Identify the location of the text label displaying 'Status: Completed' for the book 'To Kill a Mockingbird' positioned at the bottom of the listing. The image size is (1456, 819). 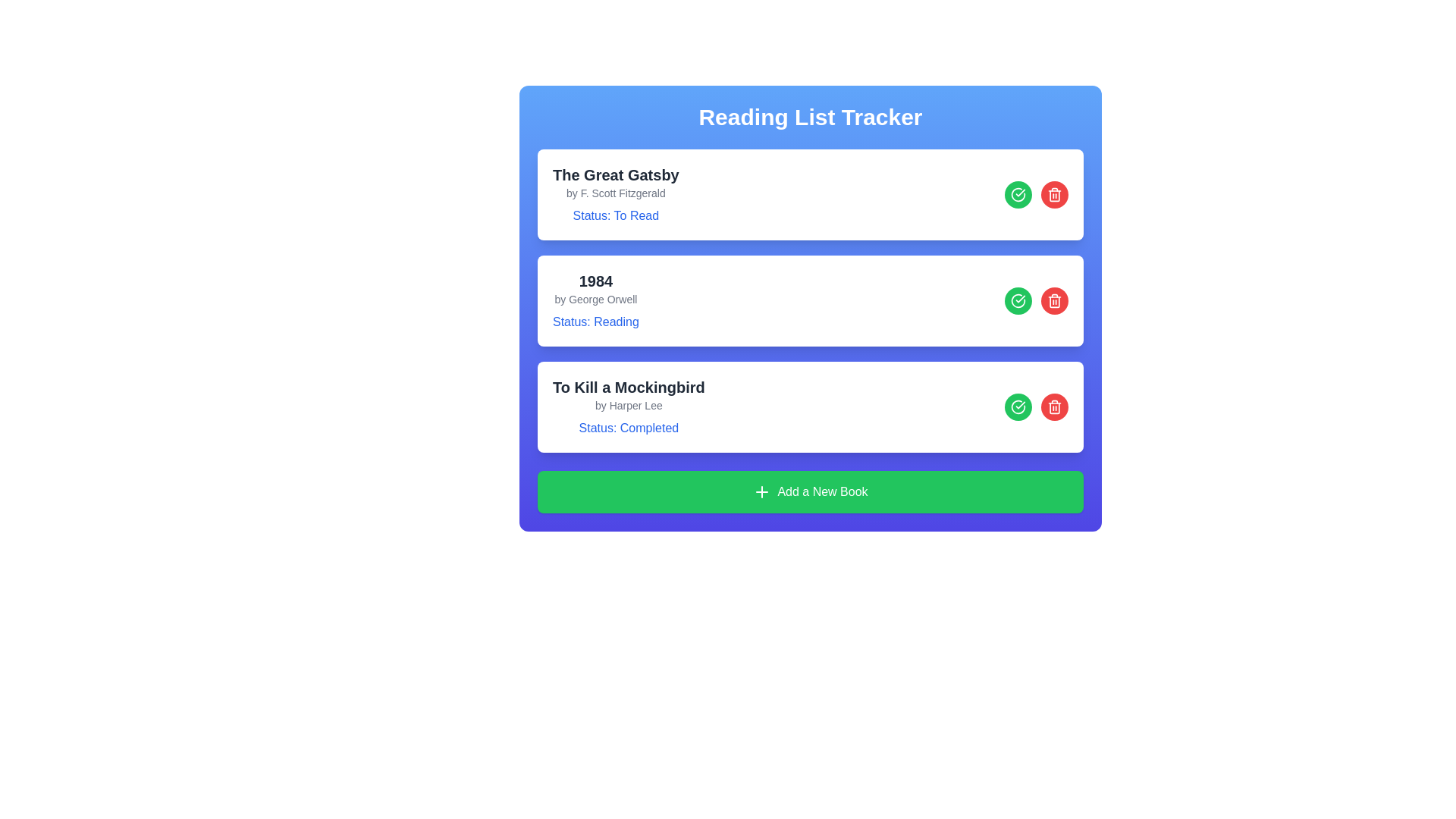
(629, 428).